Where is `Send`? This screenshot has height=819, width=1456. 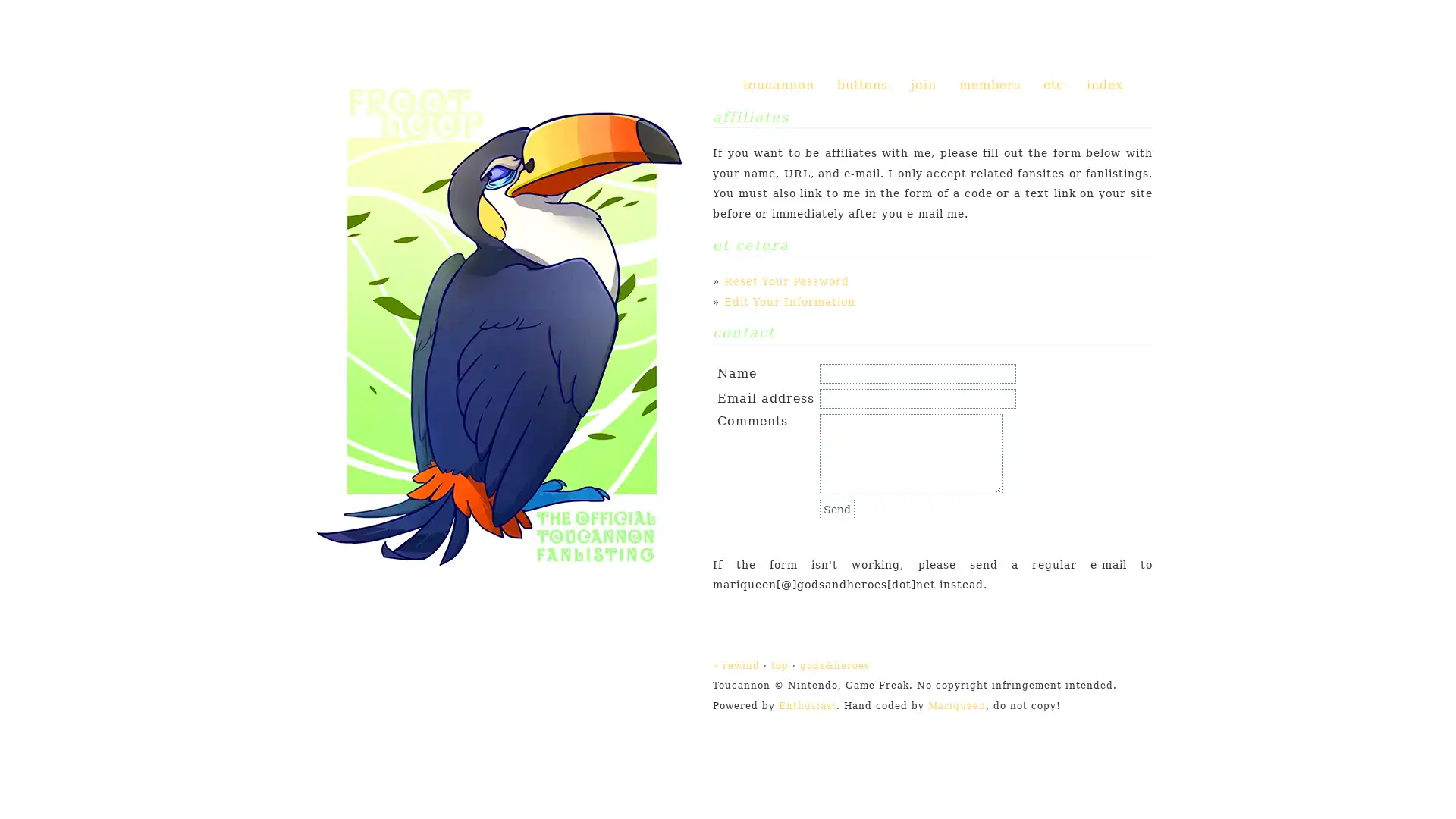
Send is located at coordinates (836, 509).